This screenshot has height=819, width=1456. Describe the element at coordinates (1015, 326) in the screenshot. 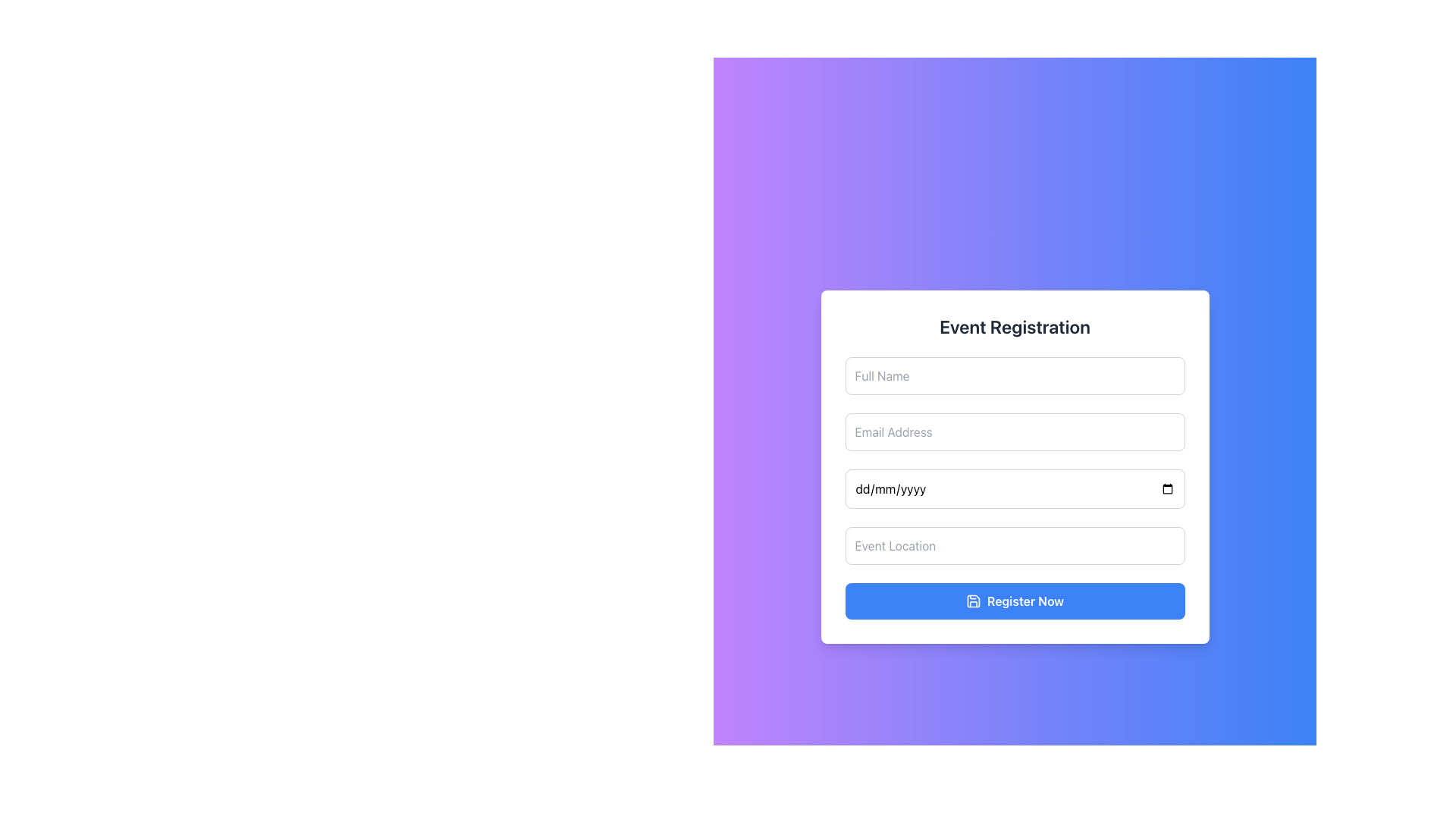

I see `the title text element that serves as the heading for the registration form, located at the top of a white rectangular box with rounded corners` at that location.